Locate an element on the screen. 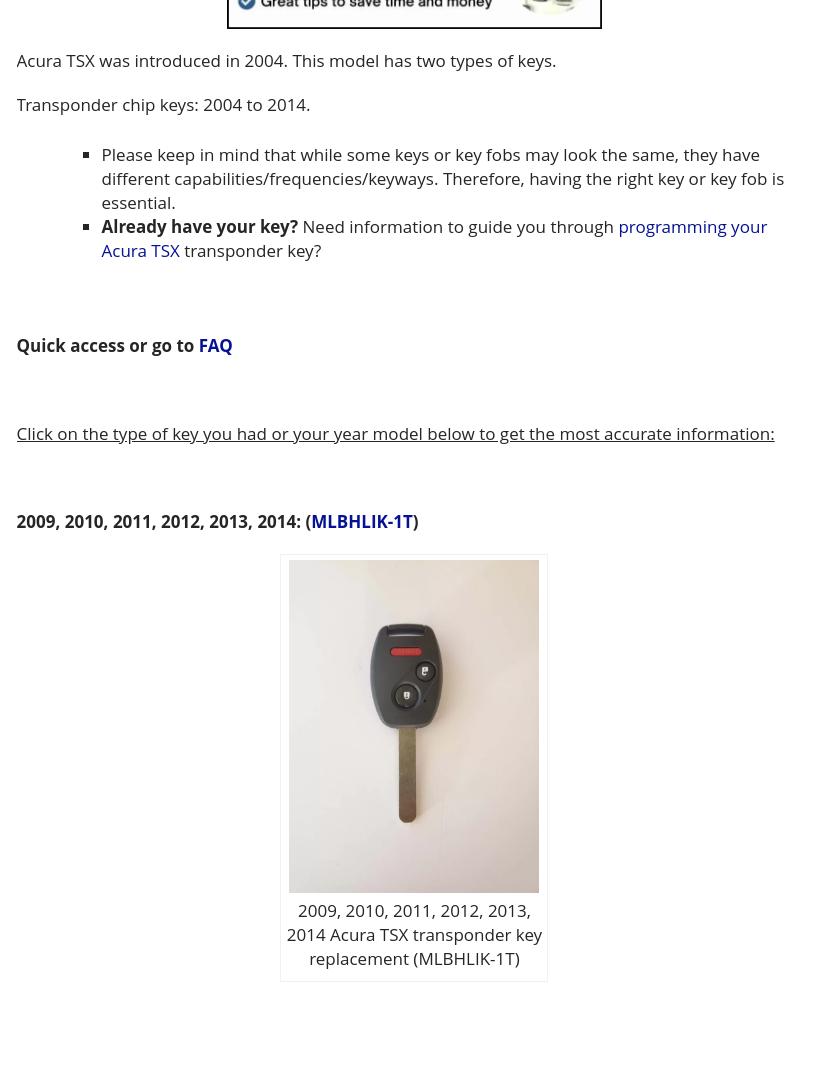 The width and height of the screenshot is (829, 1071). 'transponder key?' is located at coordinates (178, 249).